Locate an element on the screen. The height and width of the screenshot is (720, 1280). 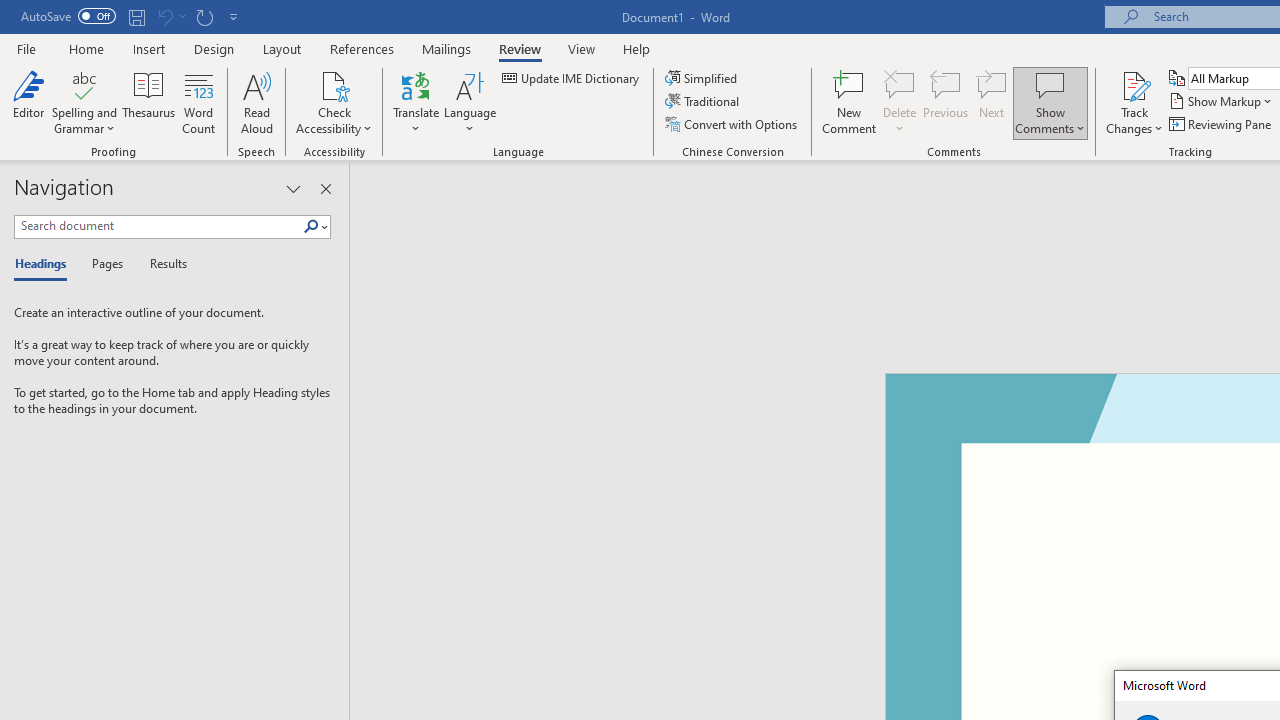
'Read Aloud' is located at coordinates (255, 103).